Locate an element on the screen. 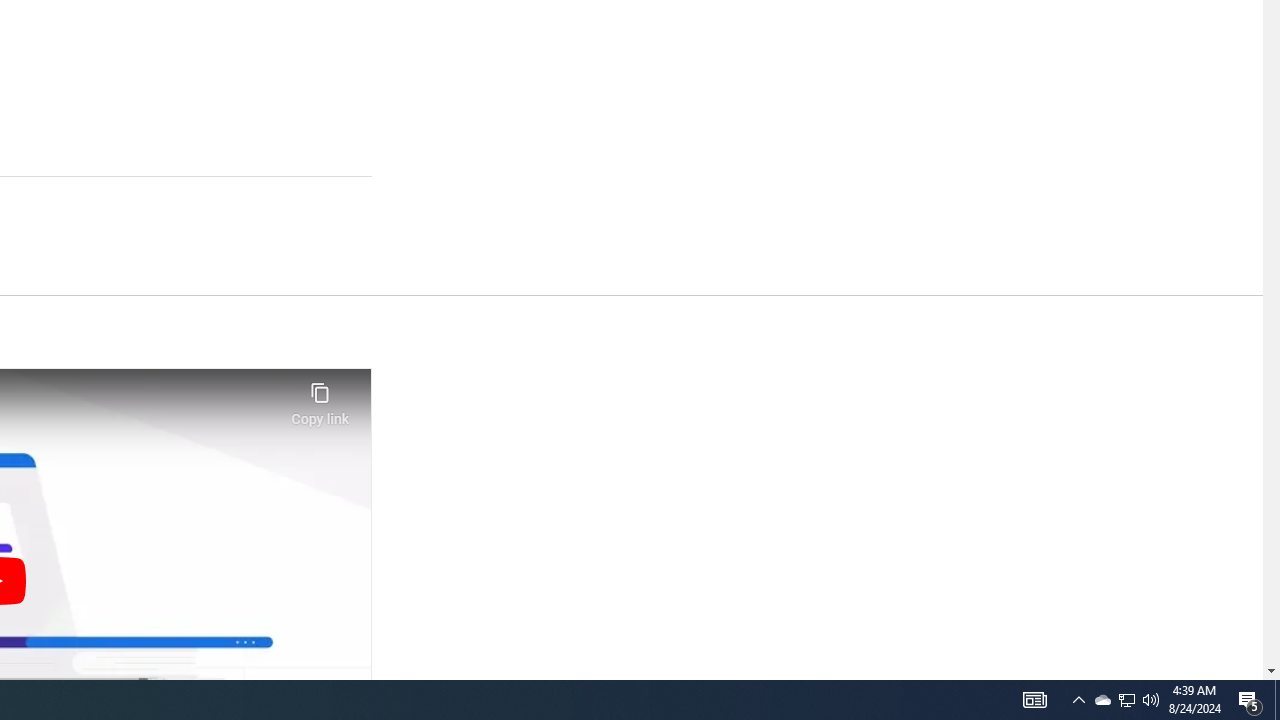 This screenshot has height=720, width=1280. 'Copy link' is located at coordinates (320, 398).